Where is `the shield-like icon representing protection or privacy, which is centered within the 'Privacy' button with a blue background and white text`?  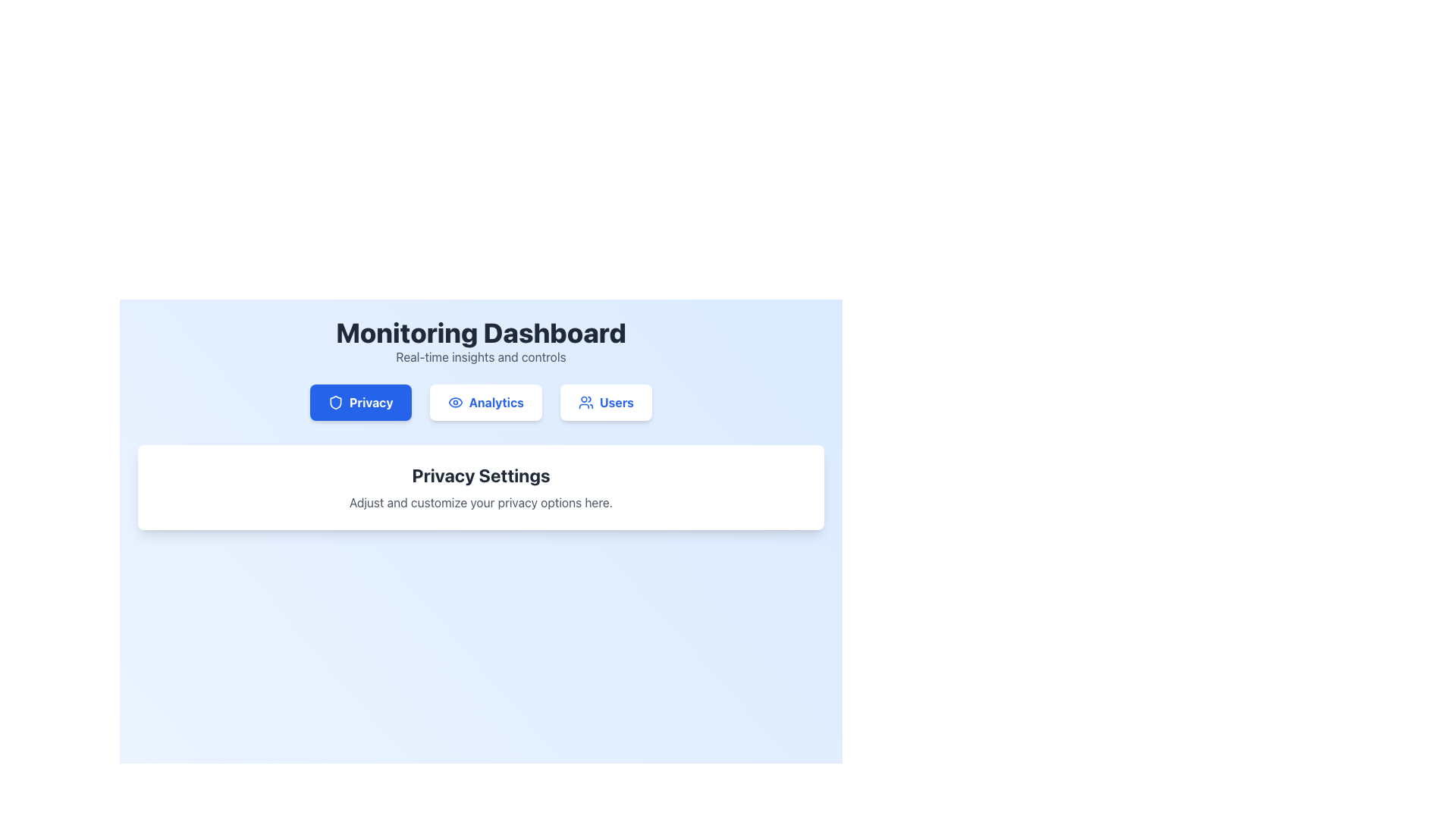 the shield-like icon representing protection or privacy, which is centered within the 'Privacy' button with a blue background and white text is located at coordinates (334, 402).